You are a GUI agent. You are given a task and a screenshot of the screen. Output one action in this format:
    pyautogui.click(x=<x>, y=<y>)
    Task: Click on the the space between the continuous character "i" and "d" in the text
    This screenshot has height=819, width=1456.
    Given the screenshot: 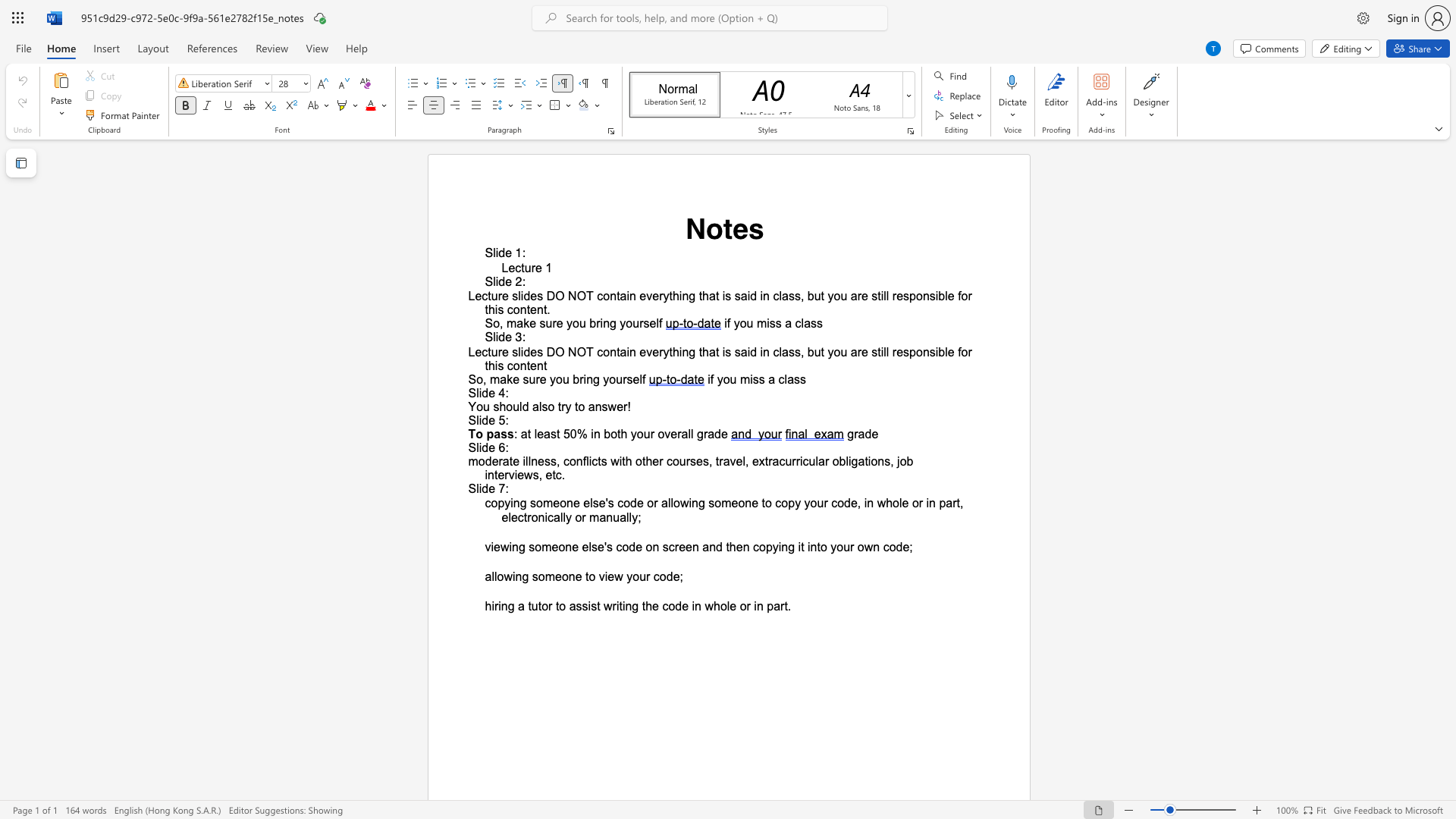 What is the action you would take?
    pyautogui.click(x=524, y=296)
    